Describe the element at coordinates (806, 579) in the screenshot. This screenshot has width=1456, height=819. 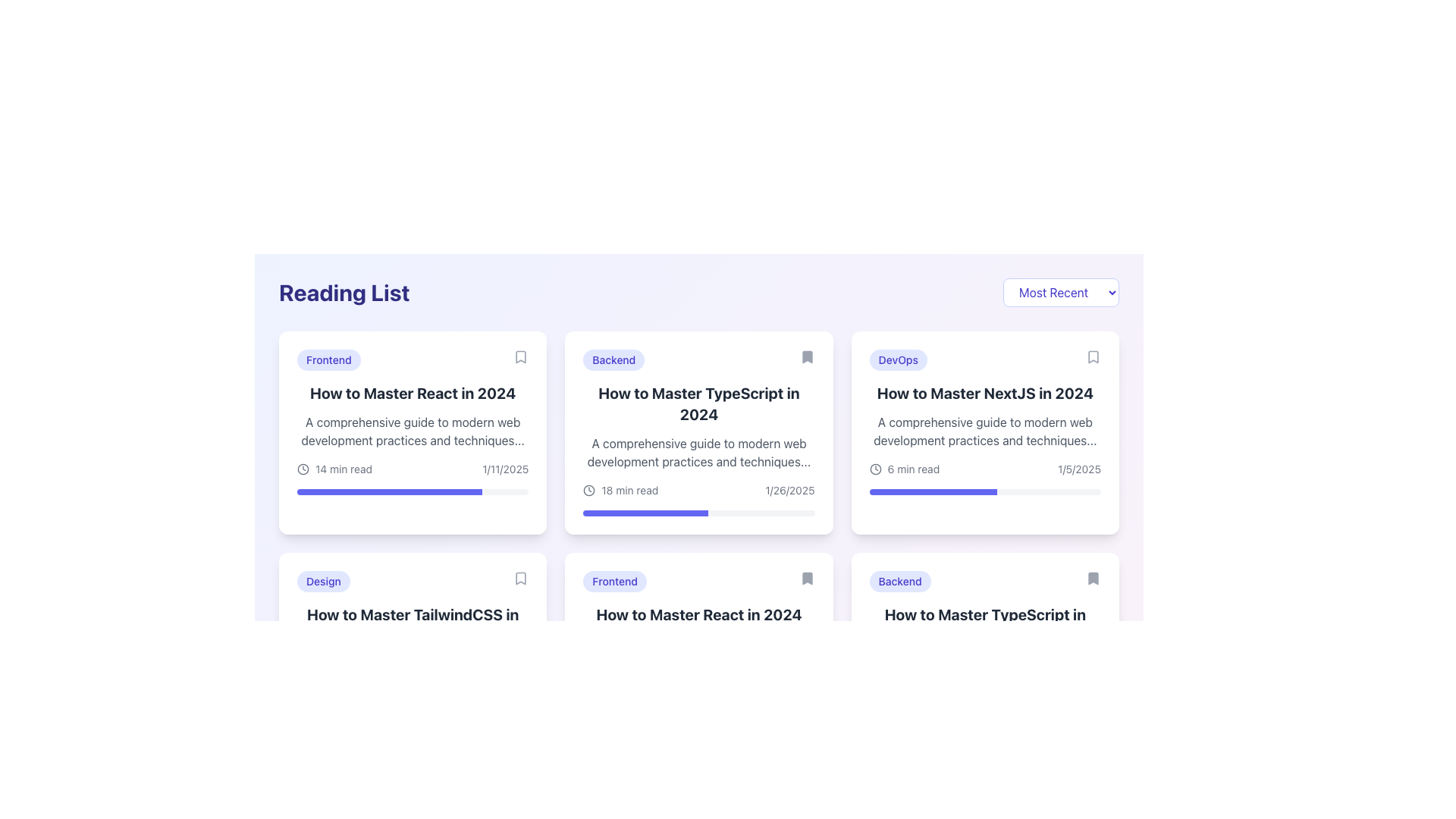
I see `the bookmark button located` at that location.